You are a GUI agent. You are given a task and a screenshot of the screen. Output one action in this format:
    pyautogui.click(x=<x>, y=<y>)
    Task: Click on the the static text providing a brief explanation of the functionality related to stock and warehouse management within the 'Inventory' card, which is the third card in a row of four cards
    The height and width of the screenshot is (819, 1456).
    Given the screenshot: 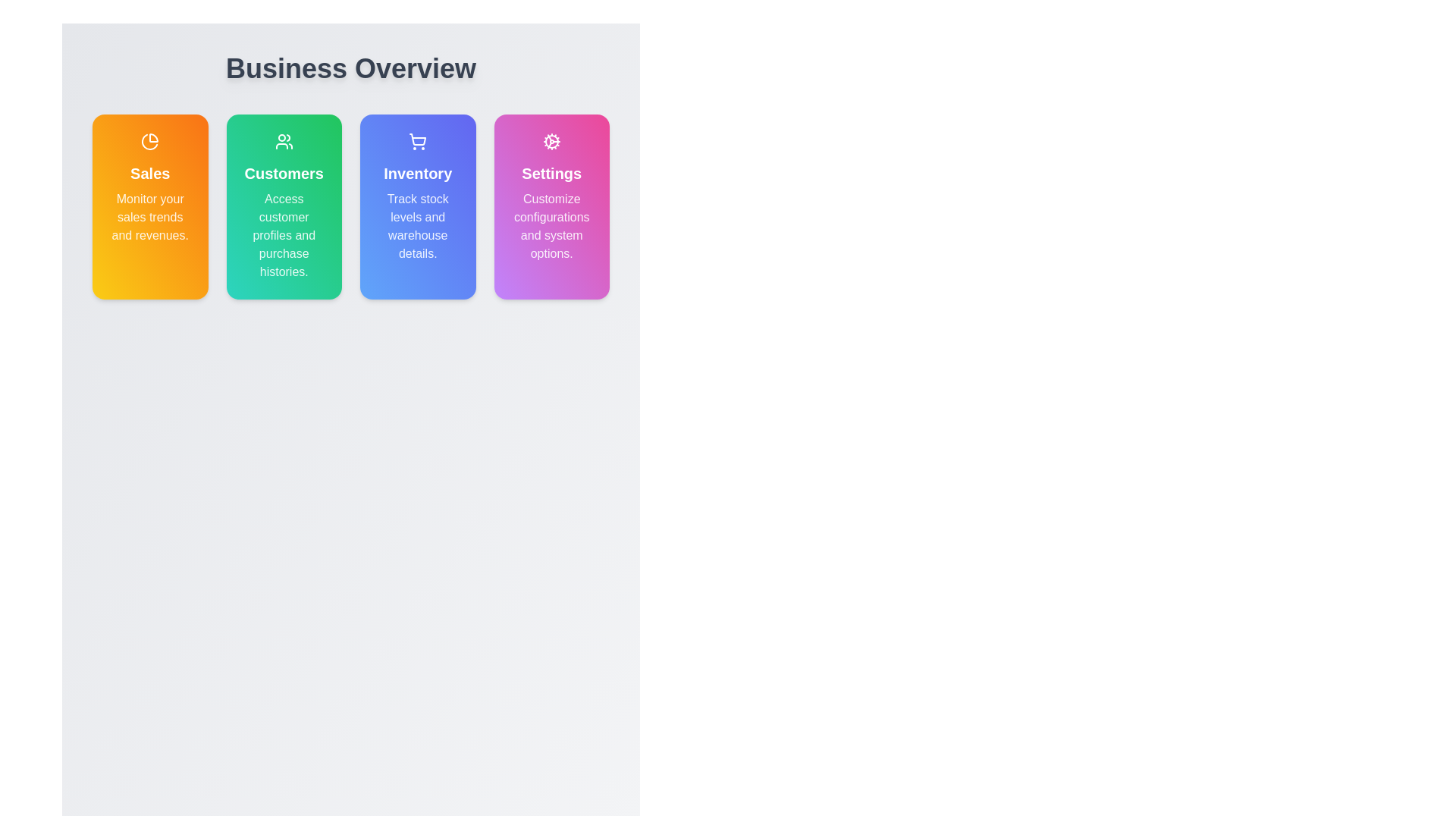 What is the action you would take?
    pyautogui.click(x=418, y=227)
    